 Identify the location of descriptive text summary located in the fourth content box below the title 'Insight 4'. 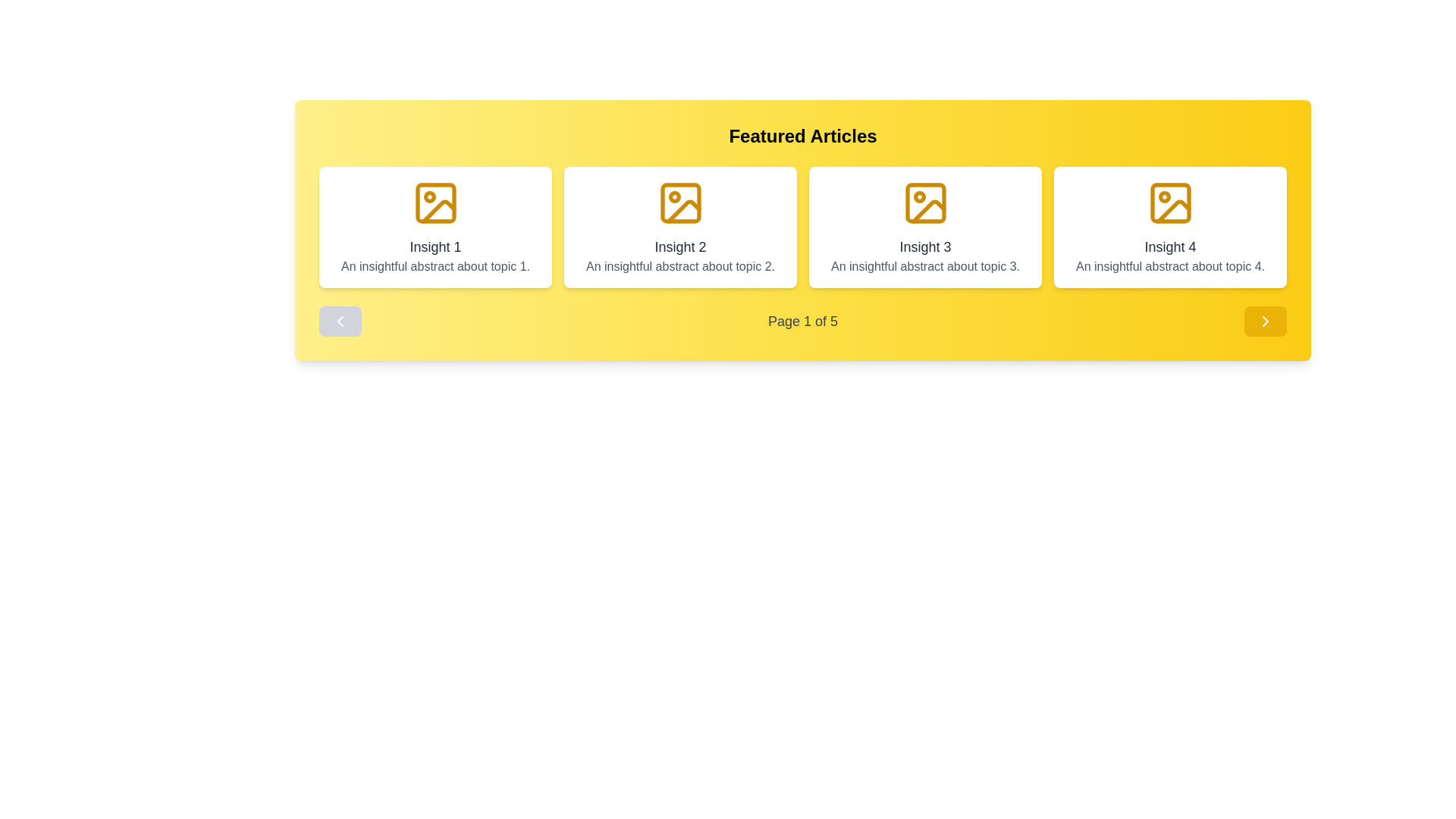
(1169, 265).